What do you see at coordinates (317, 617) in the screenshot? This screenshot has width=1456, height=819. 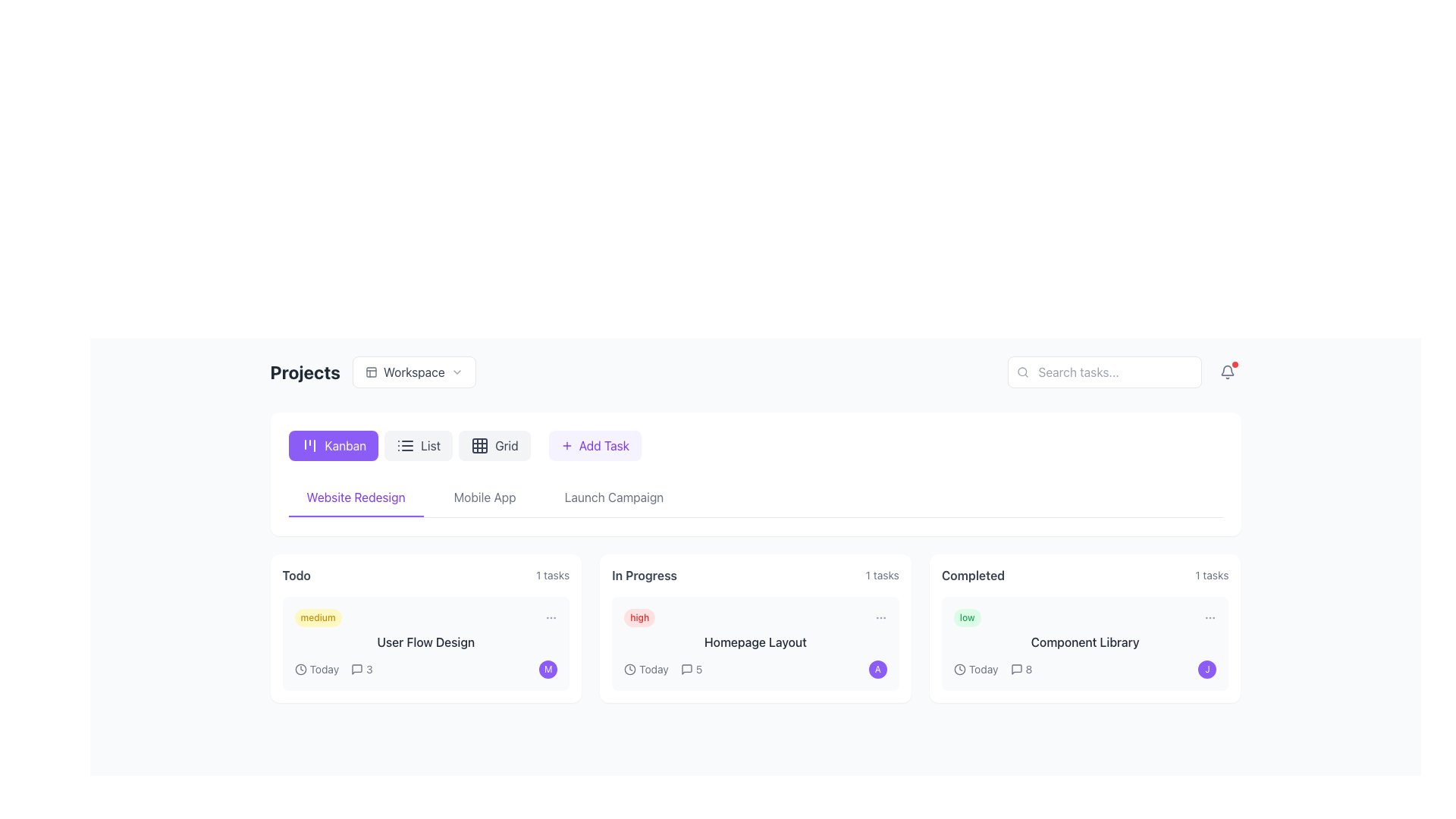 I see `the 'medium' status label located in the 'Todo' section of the 'User Flow Design' card` at bounding box center [317, 617].